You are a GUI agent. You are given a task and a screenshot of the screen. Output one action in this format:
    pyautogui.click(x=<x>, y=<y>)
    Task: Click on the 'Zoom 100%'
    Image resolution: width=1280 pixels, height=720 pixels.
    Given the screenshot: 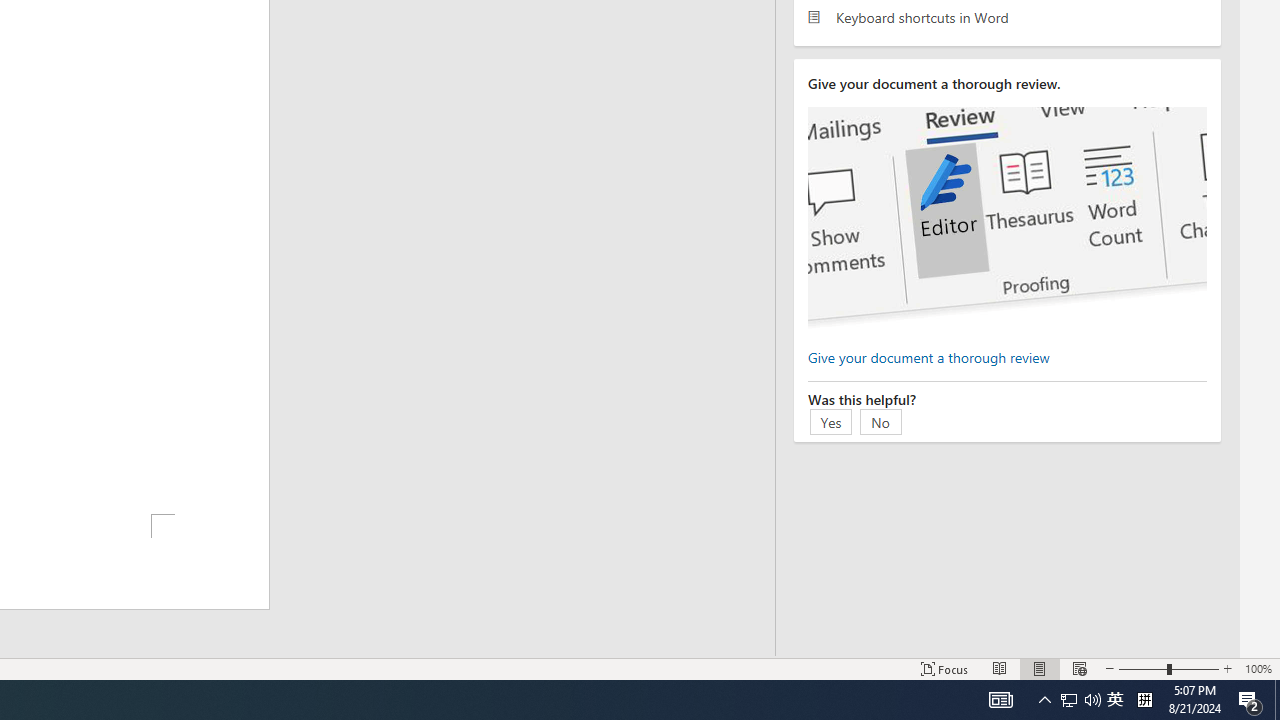 What is the action you would take?
    pyautogui.click(x=1257, y=669)
    